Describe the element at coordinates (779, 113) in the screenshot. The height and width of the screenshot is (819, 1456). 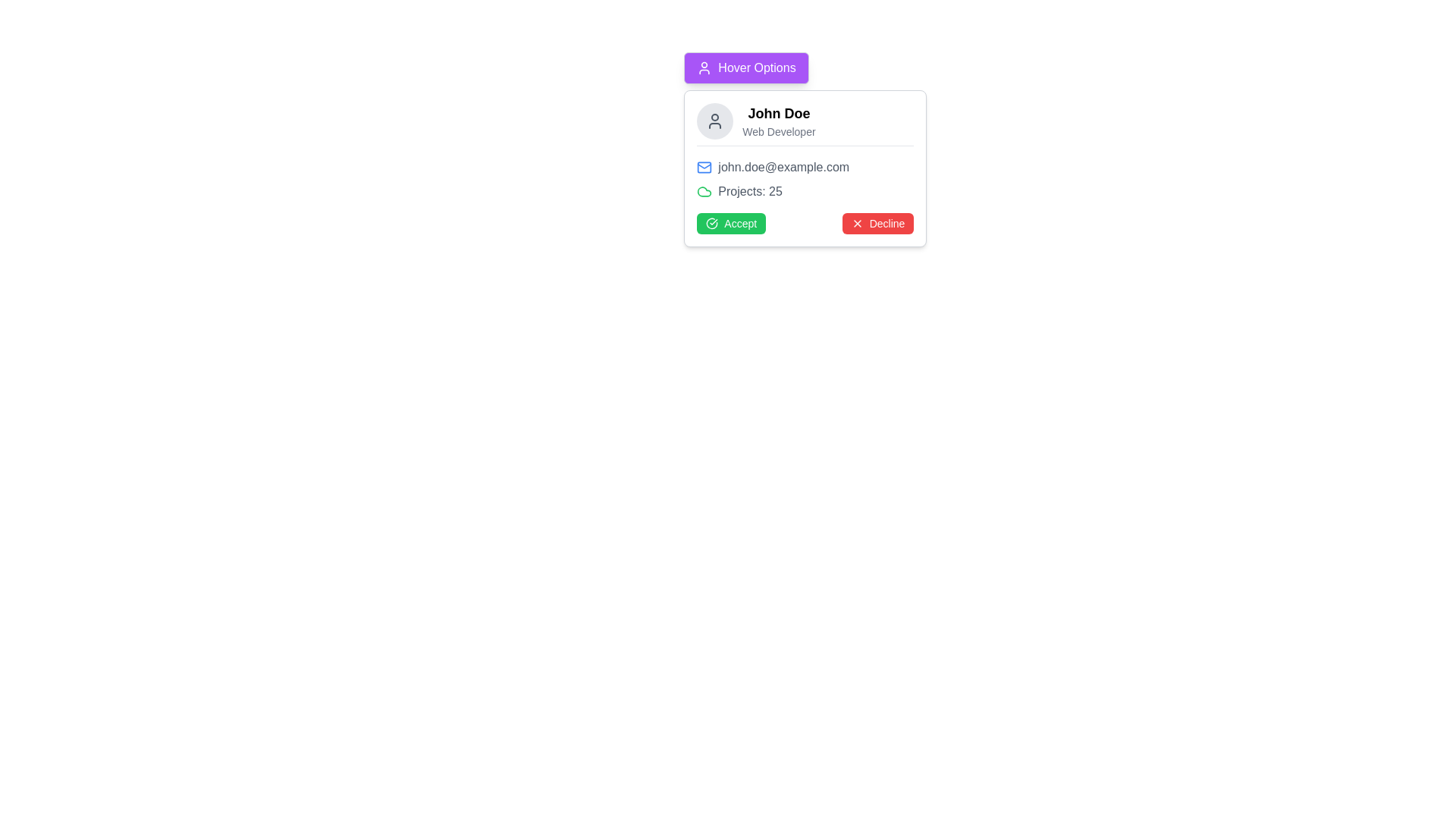
I see `the 'John Doe' text label at the top-left section of the user information card, which is displayed in bold, large font and indicates importance` at that location.